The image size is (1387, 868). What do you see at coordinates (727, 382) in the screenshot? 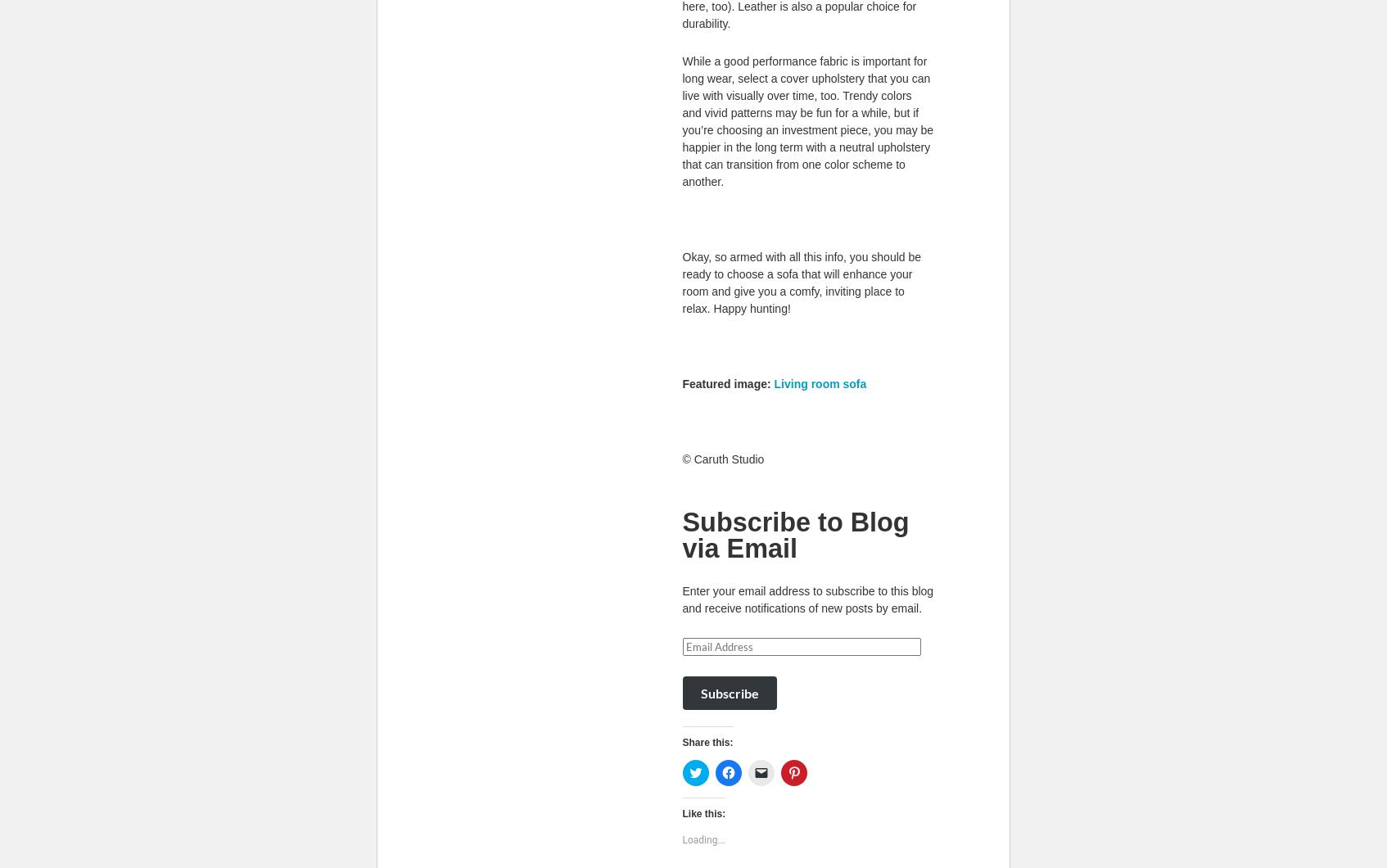
I see `'Featured image:'` at bounding box center [727, 382].